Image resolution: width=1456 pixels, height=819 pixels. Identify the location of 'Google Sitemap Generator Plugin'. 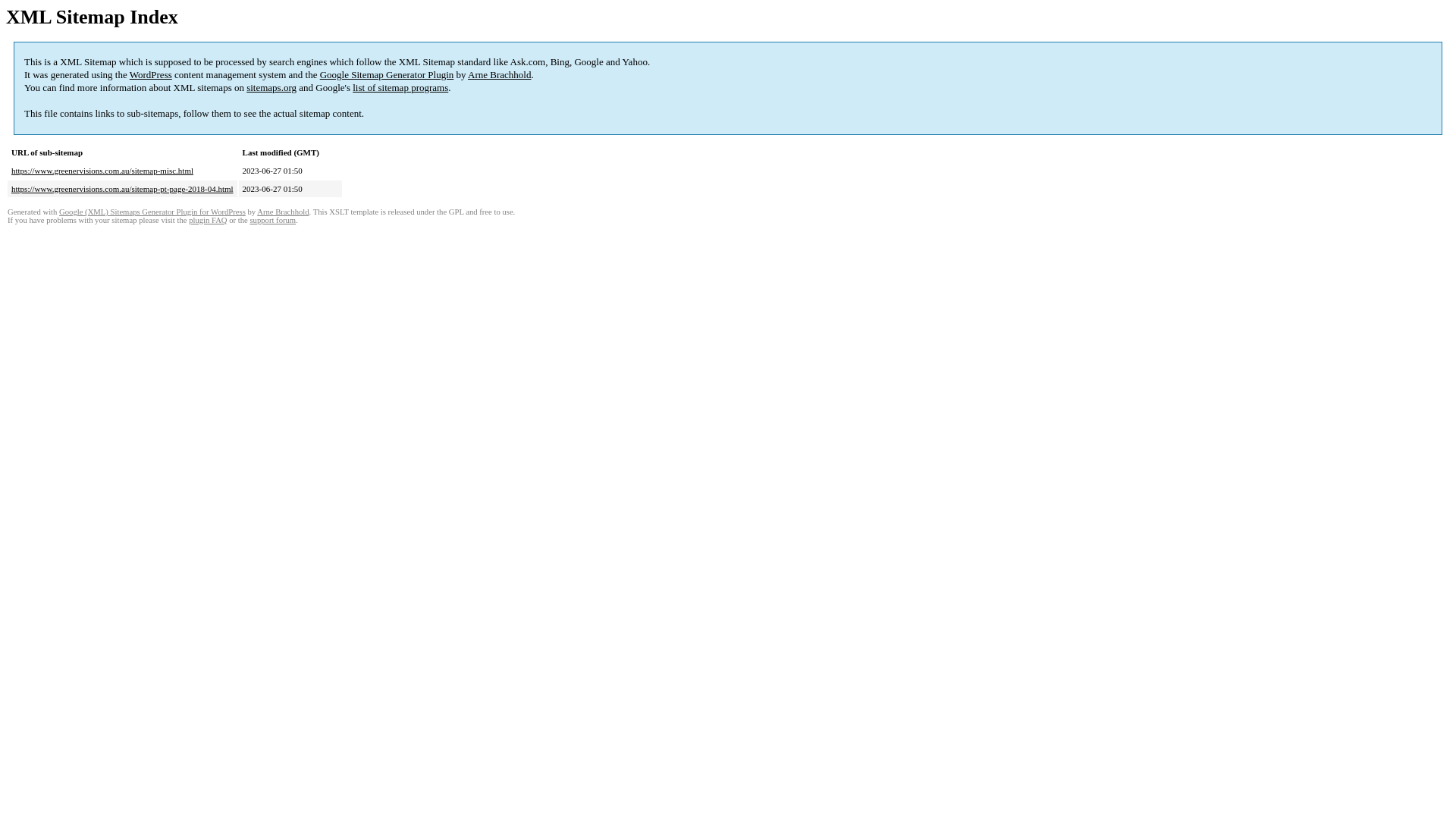
(387, 74).